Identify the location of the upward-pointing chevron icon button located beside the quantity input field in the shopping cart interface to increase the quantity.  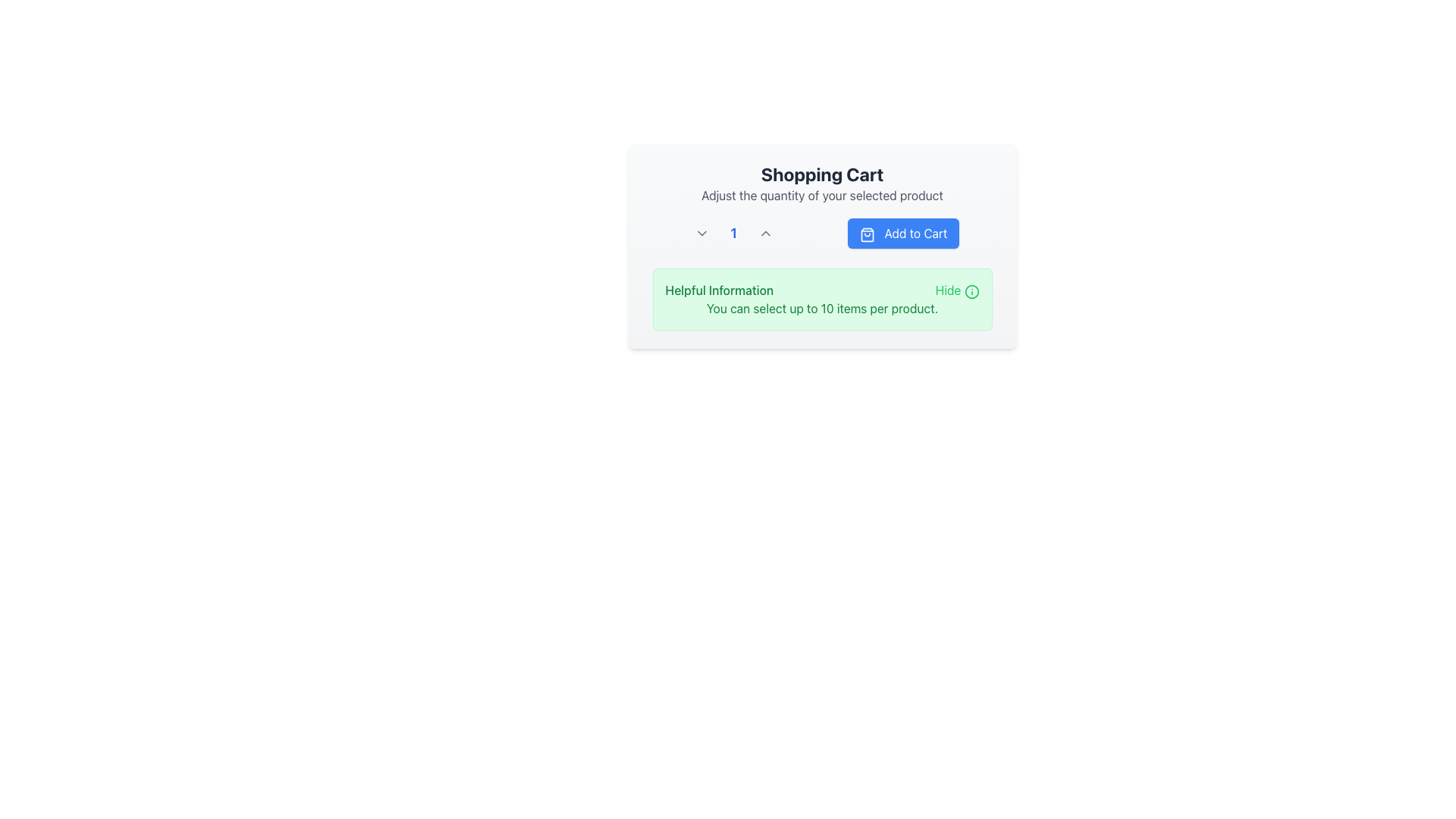
(766, 234).